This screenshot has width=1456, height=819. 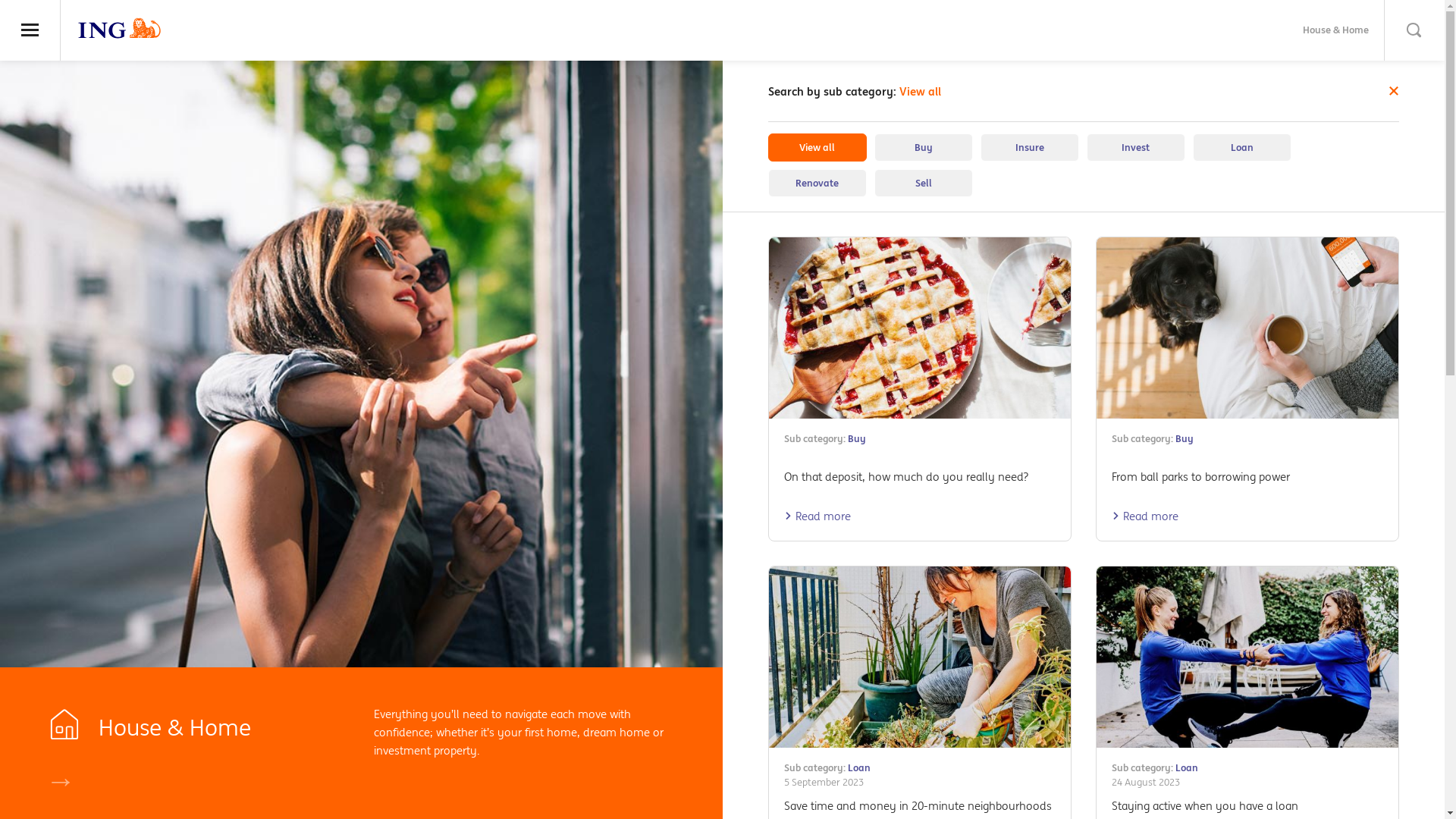 I want to click on 'ING Blog', so click(x=119, y=28).